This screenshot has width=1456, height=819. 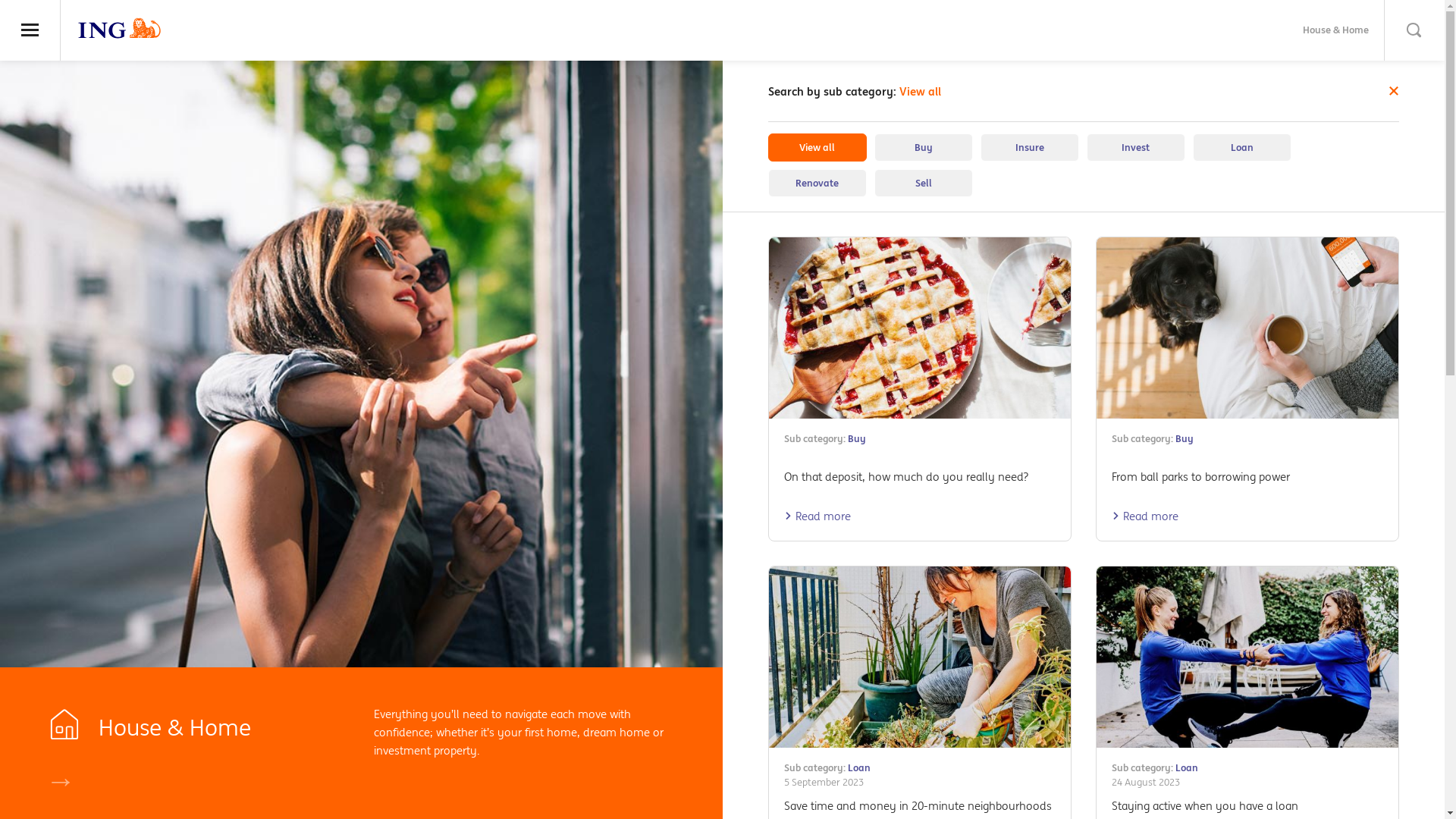 I want to click on 'ING Blog', so click(x=119, y=28).